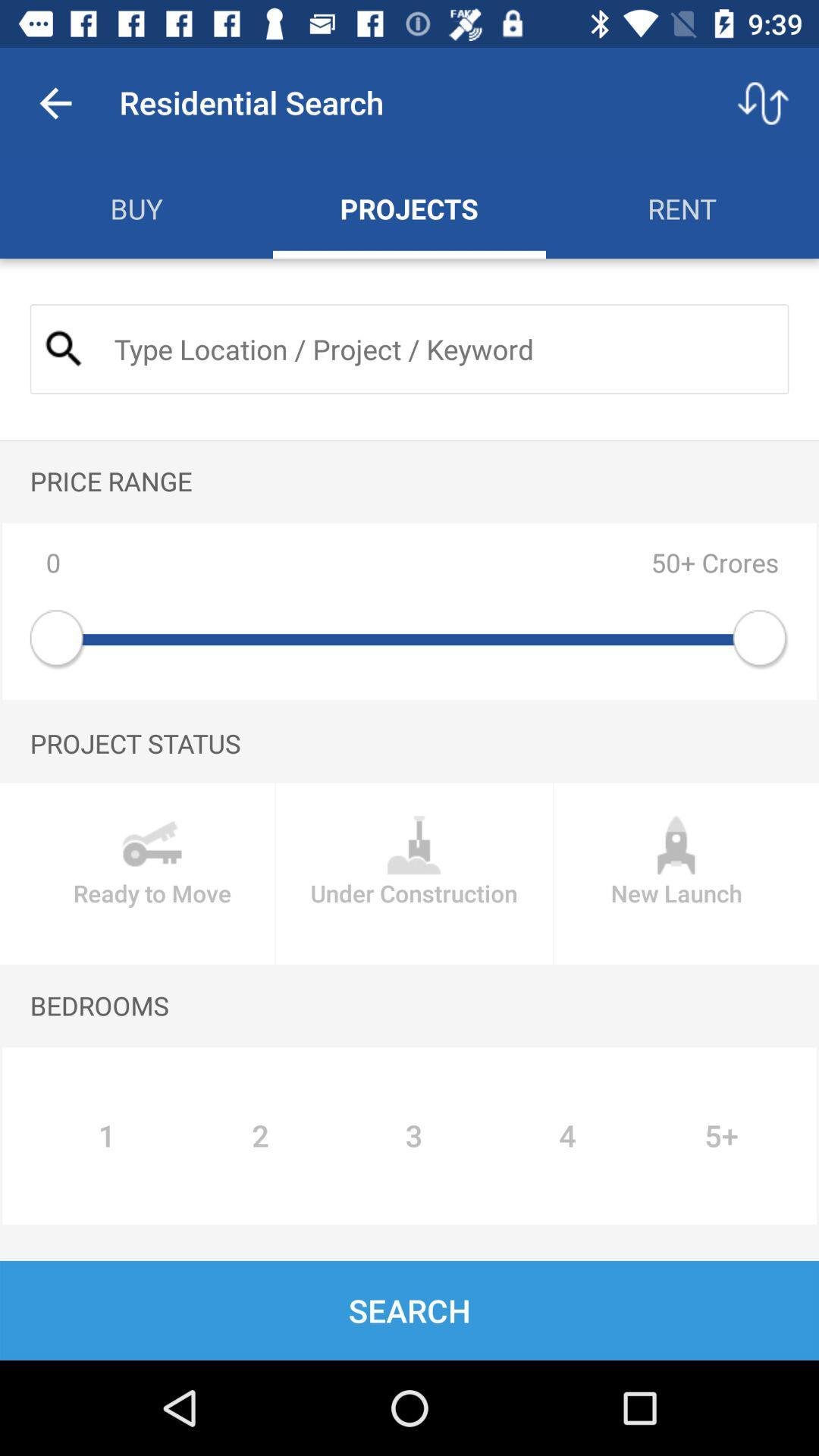  What do you see at coordinates (567, 1136) in the screenshot?
I see `the item below the bedrooms item` at bounding box center [567, 1136].